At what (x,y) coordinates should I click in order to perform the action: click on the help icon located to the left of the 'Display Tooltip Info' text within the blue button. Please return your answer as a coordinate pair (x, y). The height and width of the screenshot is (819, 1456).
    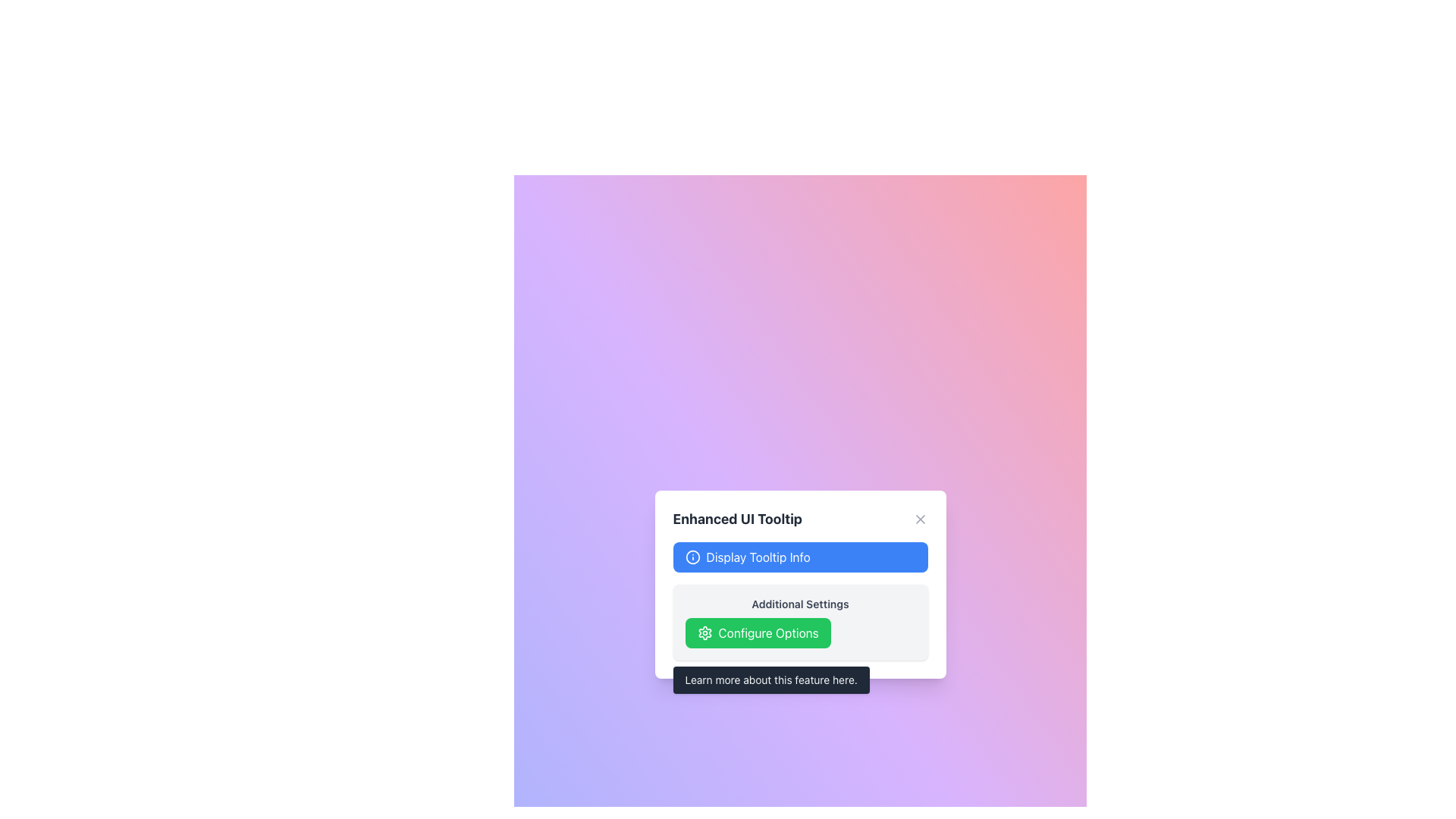
    Looking at the image, I should click on (692, 557).